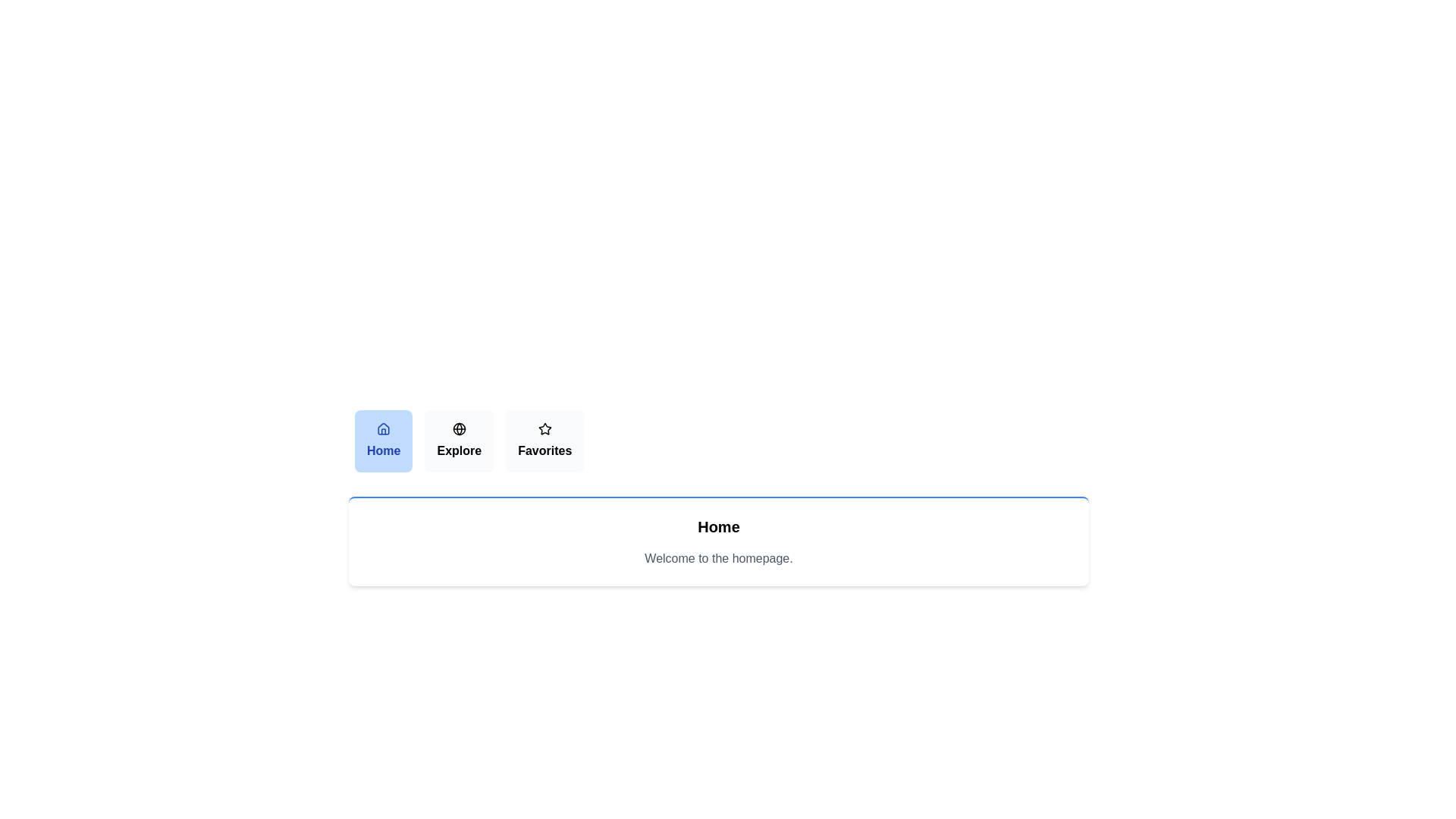  Describe the element at coordinates (545, 441) in the screenshot. I see `the tab labeled Favorites to observe its visual feedback` at that location.